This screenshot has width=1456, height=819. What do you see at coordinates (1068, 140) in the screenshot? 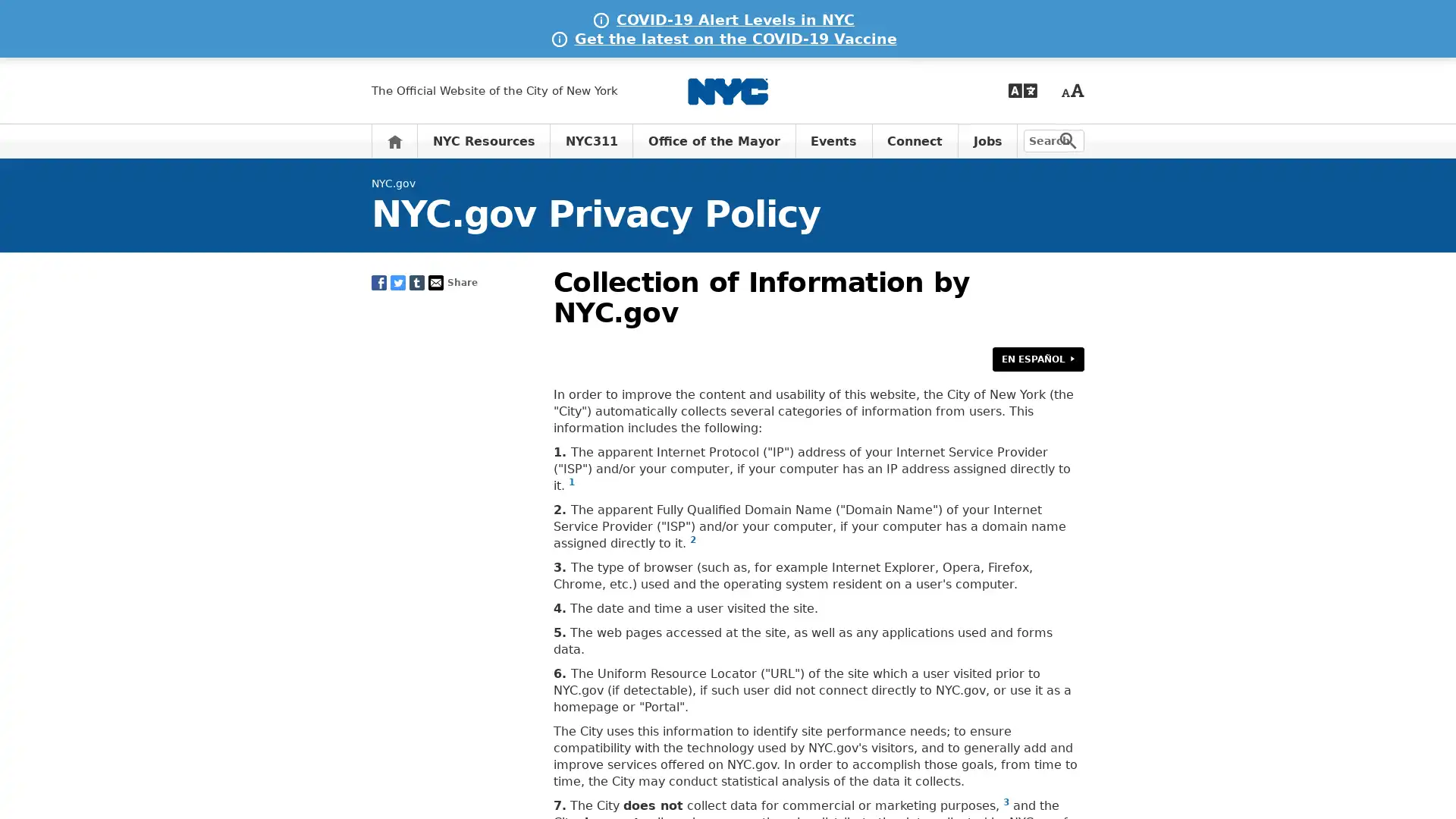
I see `Search` at bounding box center [1068, 140].